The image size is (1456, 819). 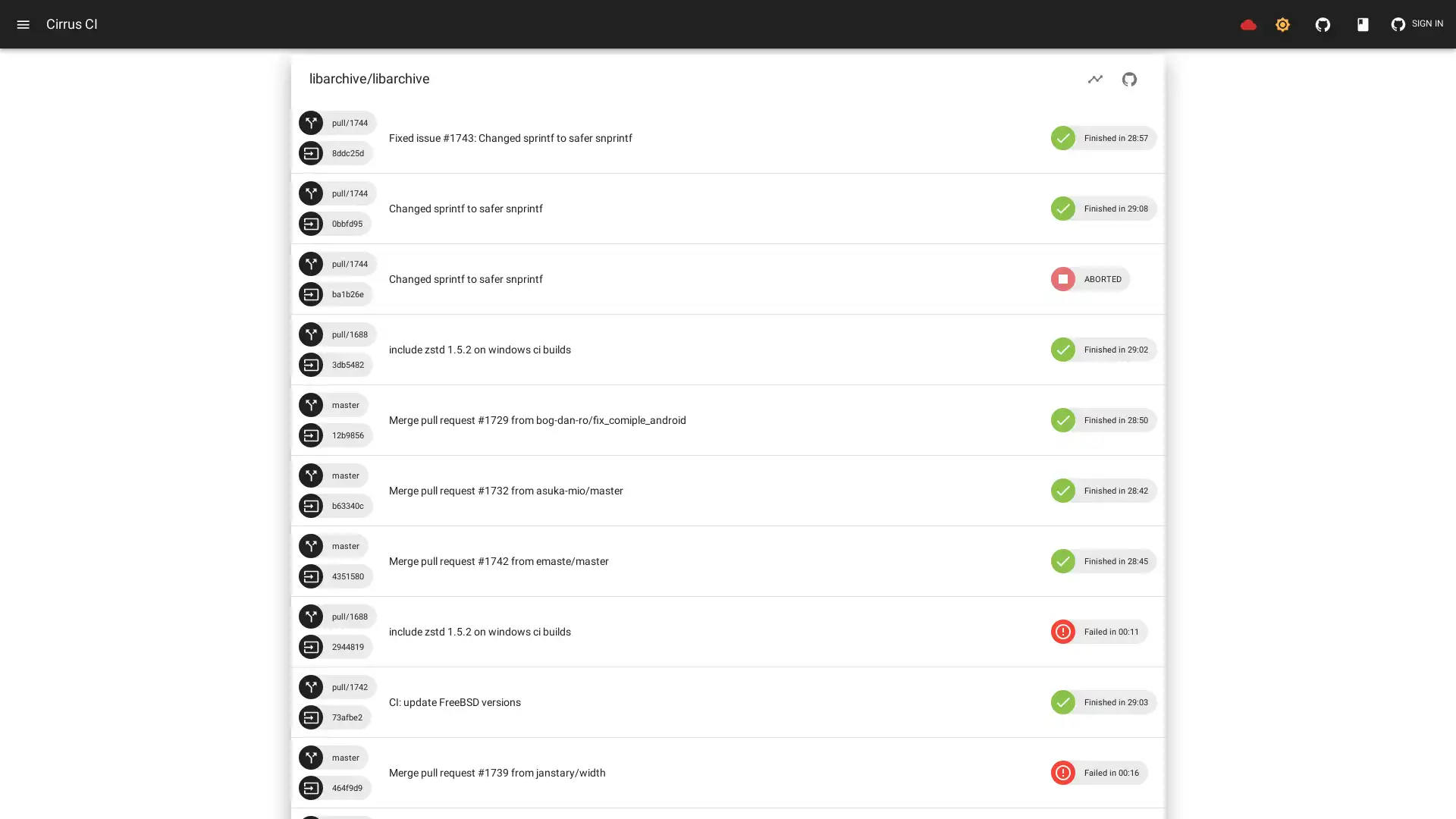 What do you see at coordinates (334, 786) in the screenshot?
I see `464f9d9` at bounding box center [334, 786].